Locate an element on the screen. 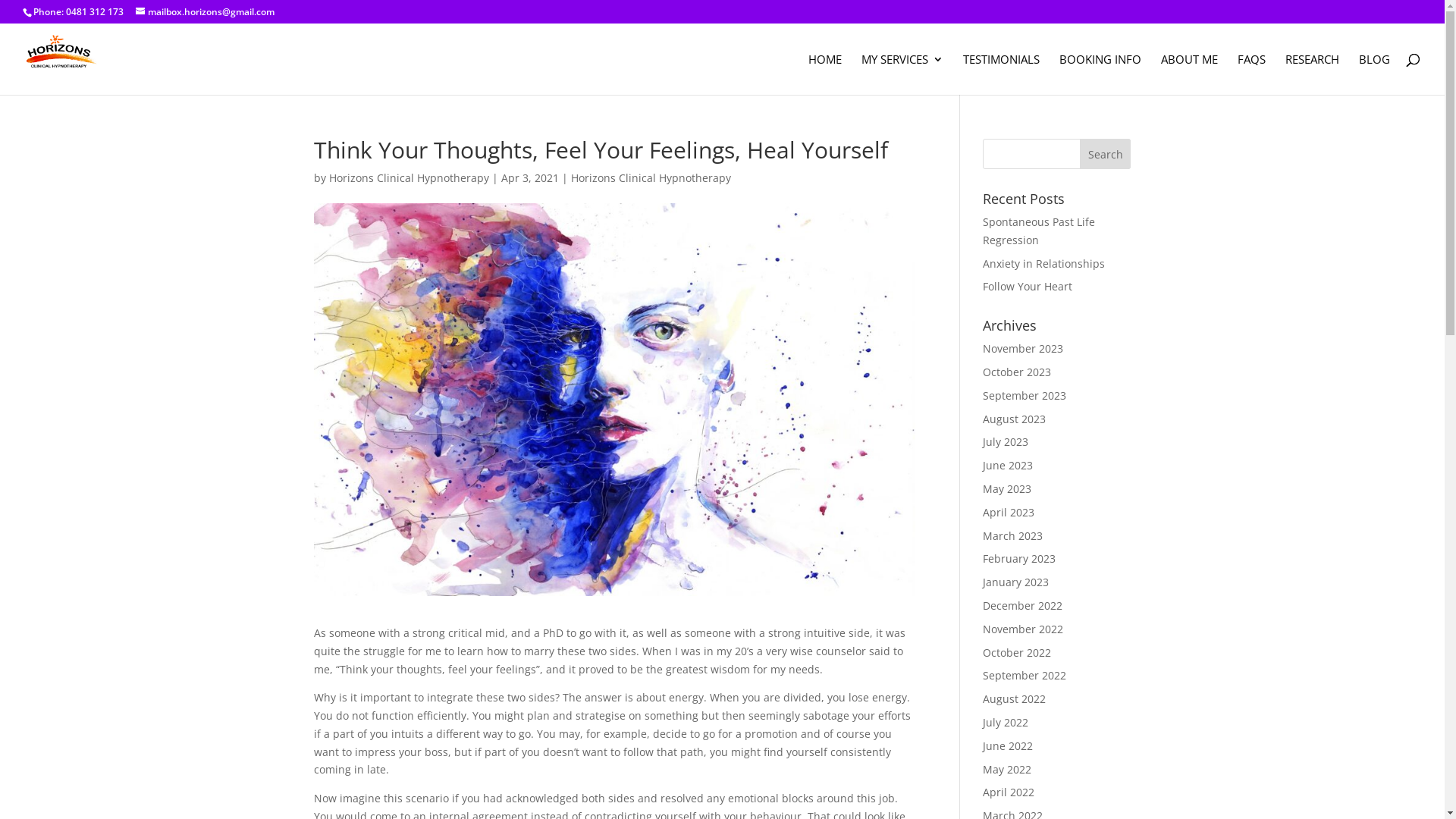  'November 2023' is located at coordinates (1022, 348).